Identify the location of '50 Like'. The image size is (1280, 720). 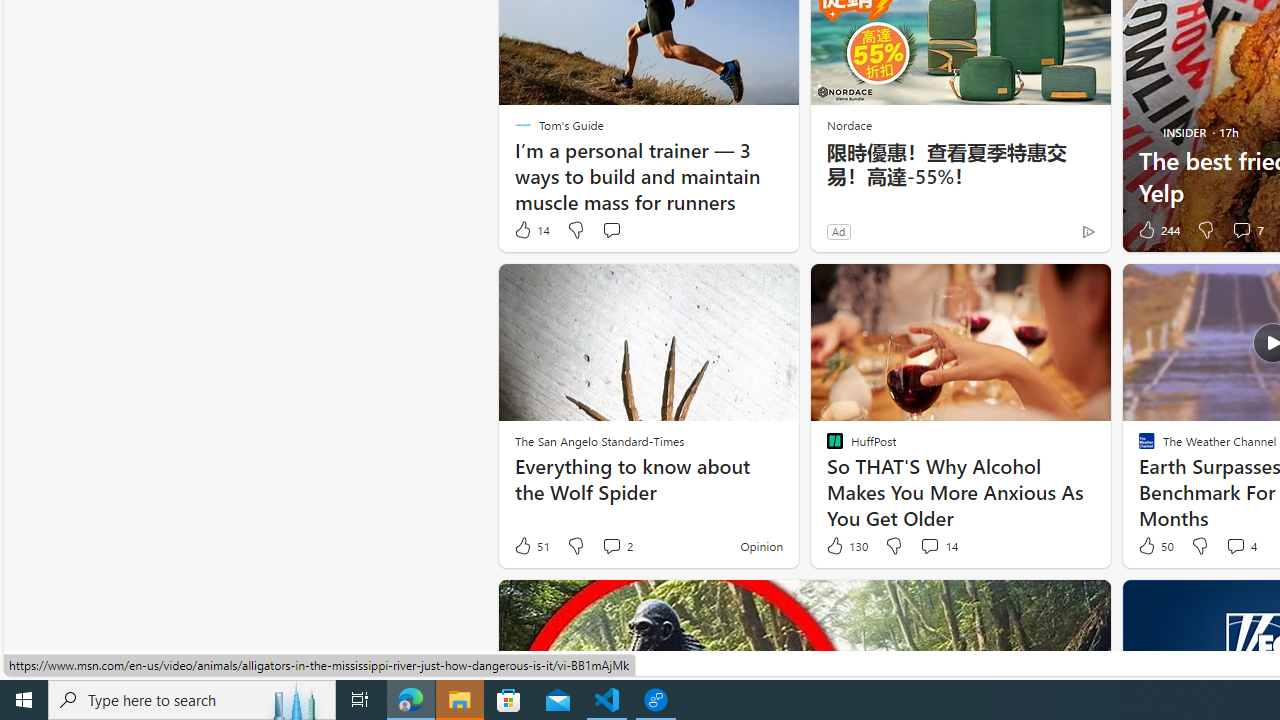
(1154, 546).